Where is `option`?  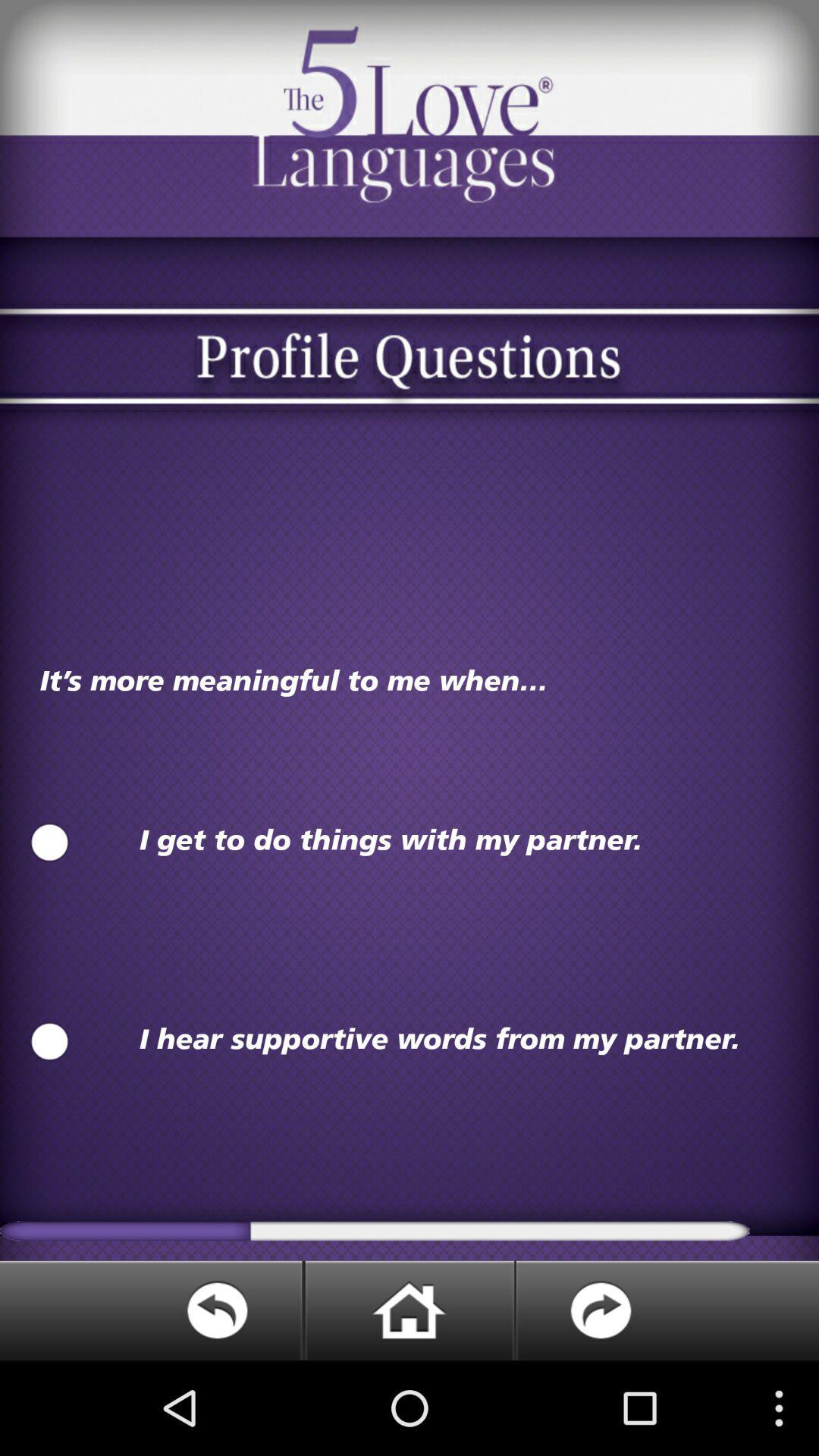
option is located at coordinates (49, 842).